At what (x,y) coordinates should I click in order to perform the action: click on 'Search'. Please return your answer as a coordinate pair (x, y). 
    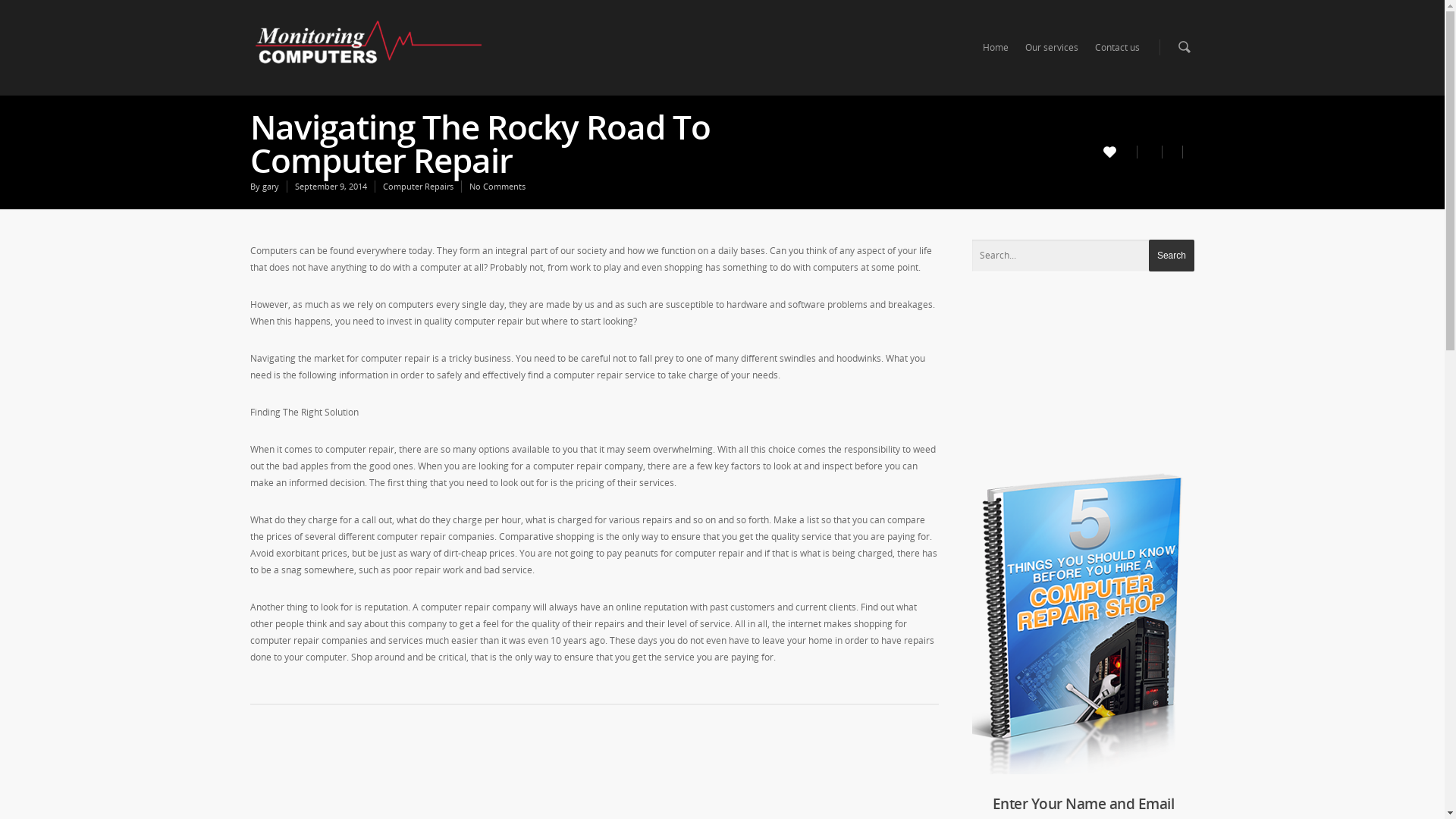
    Looking at the image, I should click on (1149, 254).